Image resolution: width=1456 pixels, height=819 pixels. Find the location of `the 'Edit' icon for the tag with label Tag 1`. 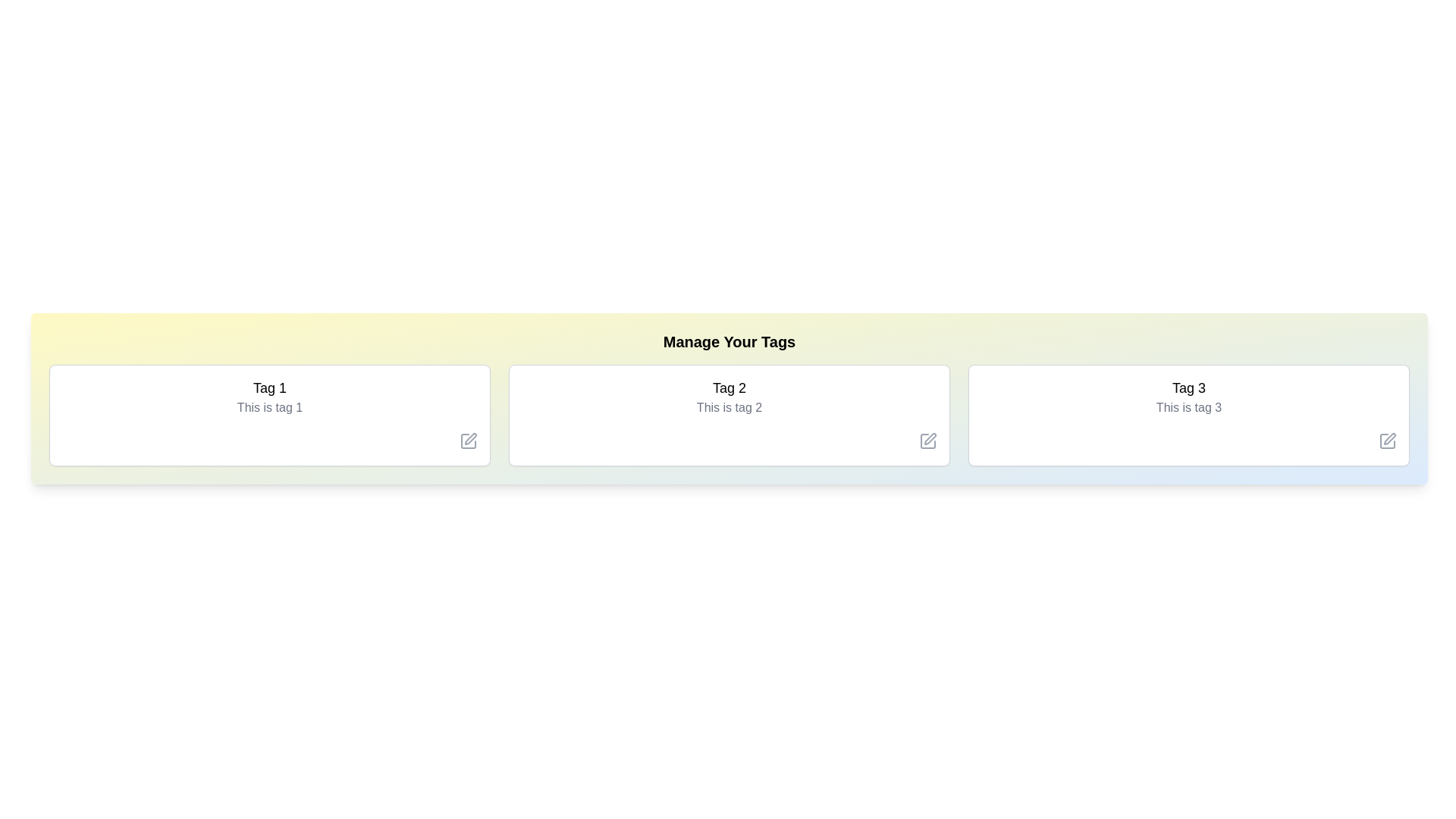

the 'Edit' icon for the tag with label Tag 1 is located at coordinates (468, 441).